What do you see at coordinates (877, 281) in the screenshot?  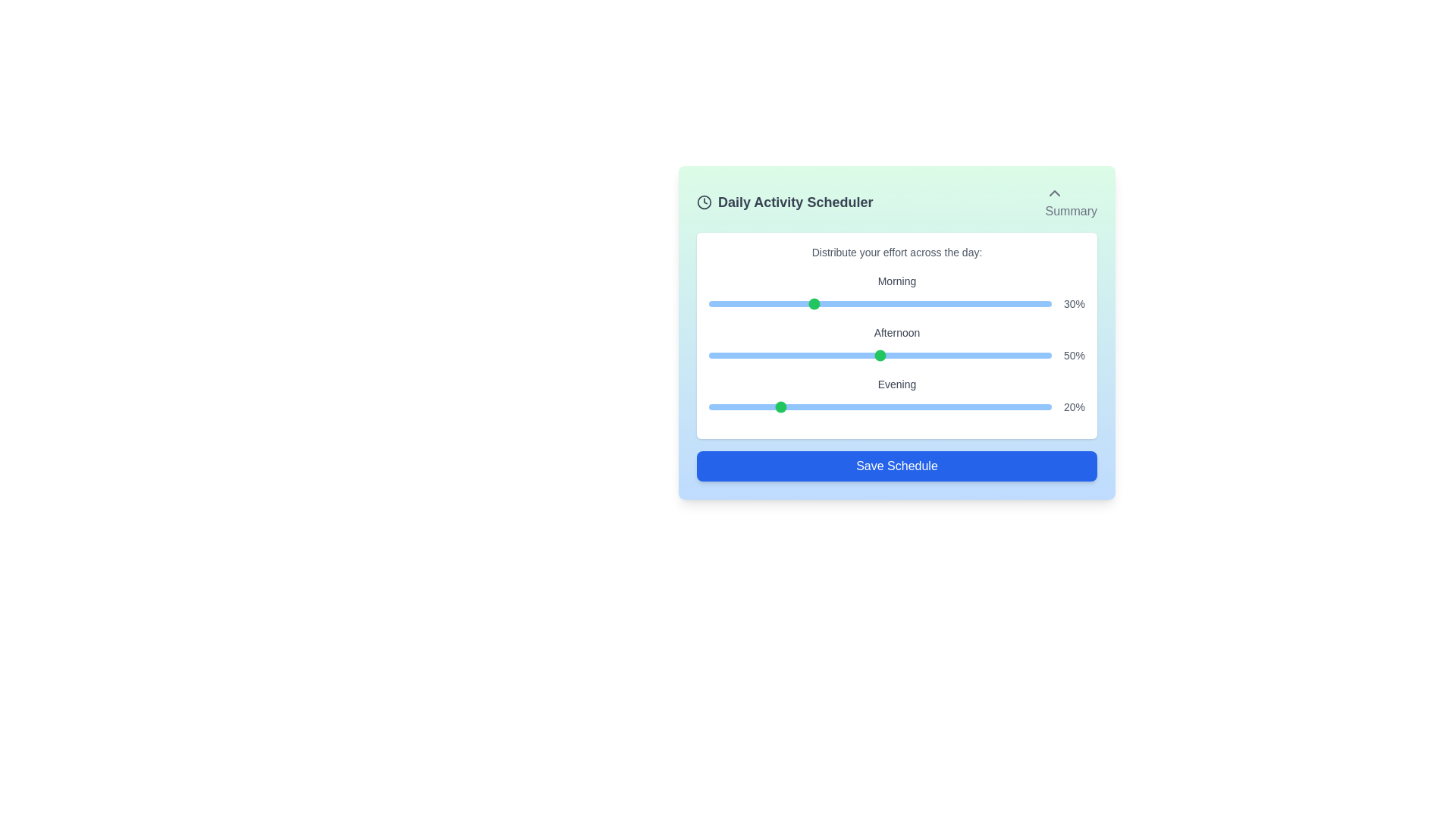 I see `the 'Morning' slider label to select it` at bounding box center [877, 281].